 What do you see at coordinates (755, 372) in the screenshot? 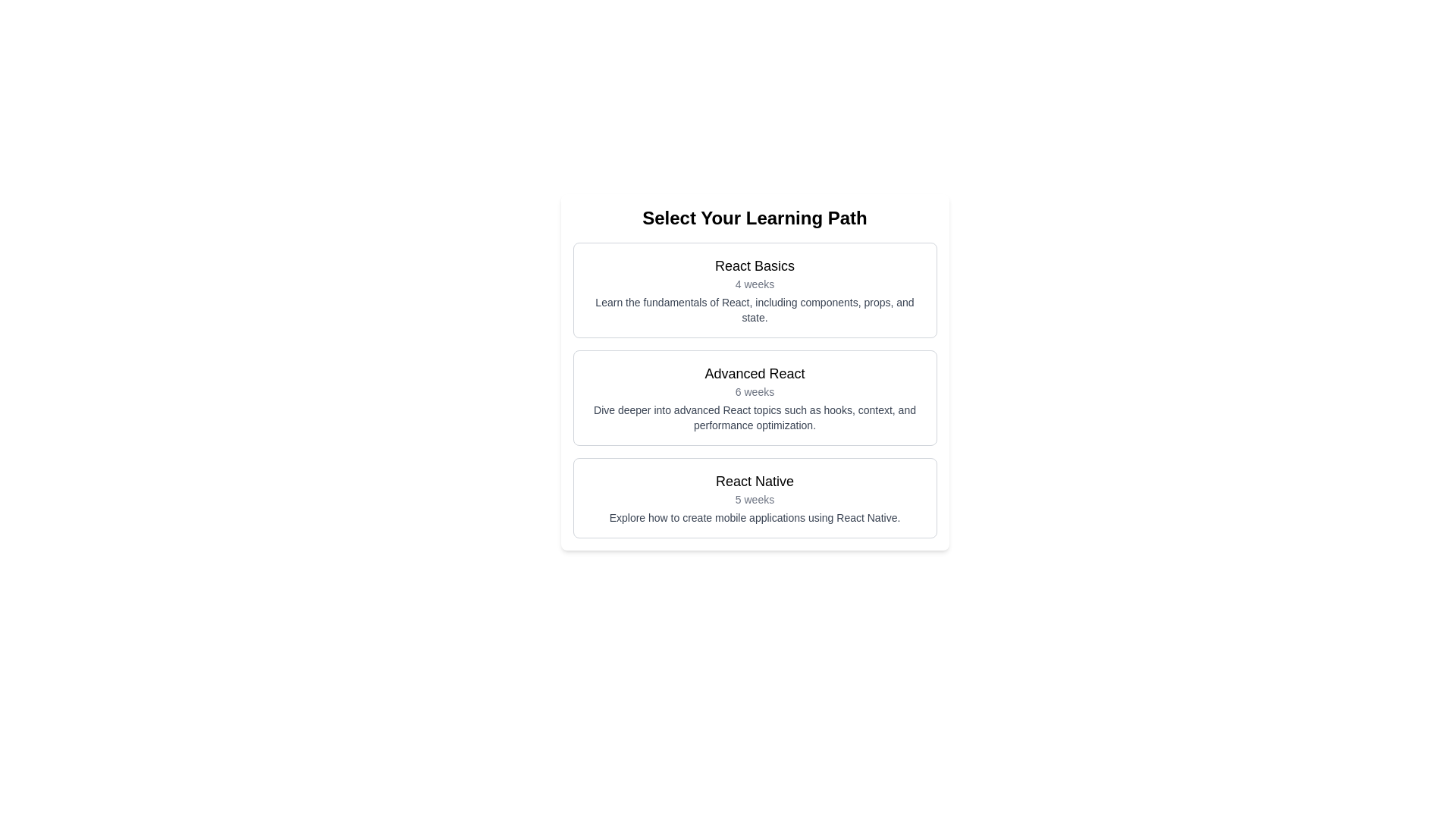
I see `the Informational Panel that serves as a navigational hub for selecting learning paths such as 'React Basics' or 'React Native'` at bounding box center [755, 372].